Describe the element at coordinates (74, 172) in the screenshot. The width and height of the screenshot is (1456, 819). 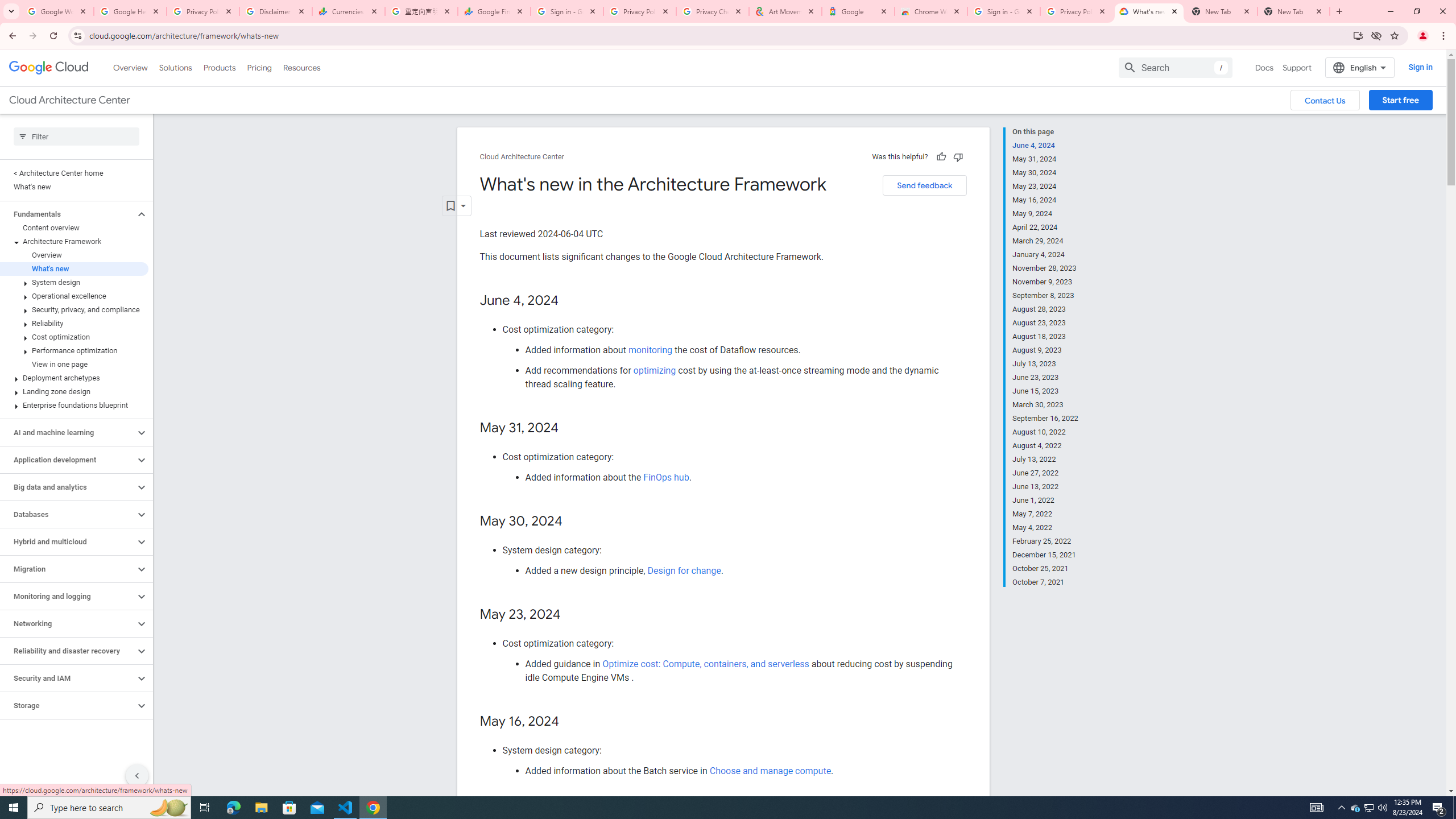
I see `'< Architecture Center home'` at that location.